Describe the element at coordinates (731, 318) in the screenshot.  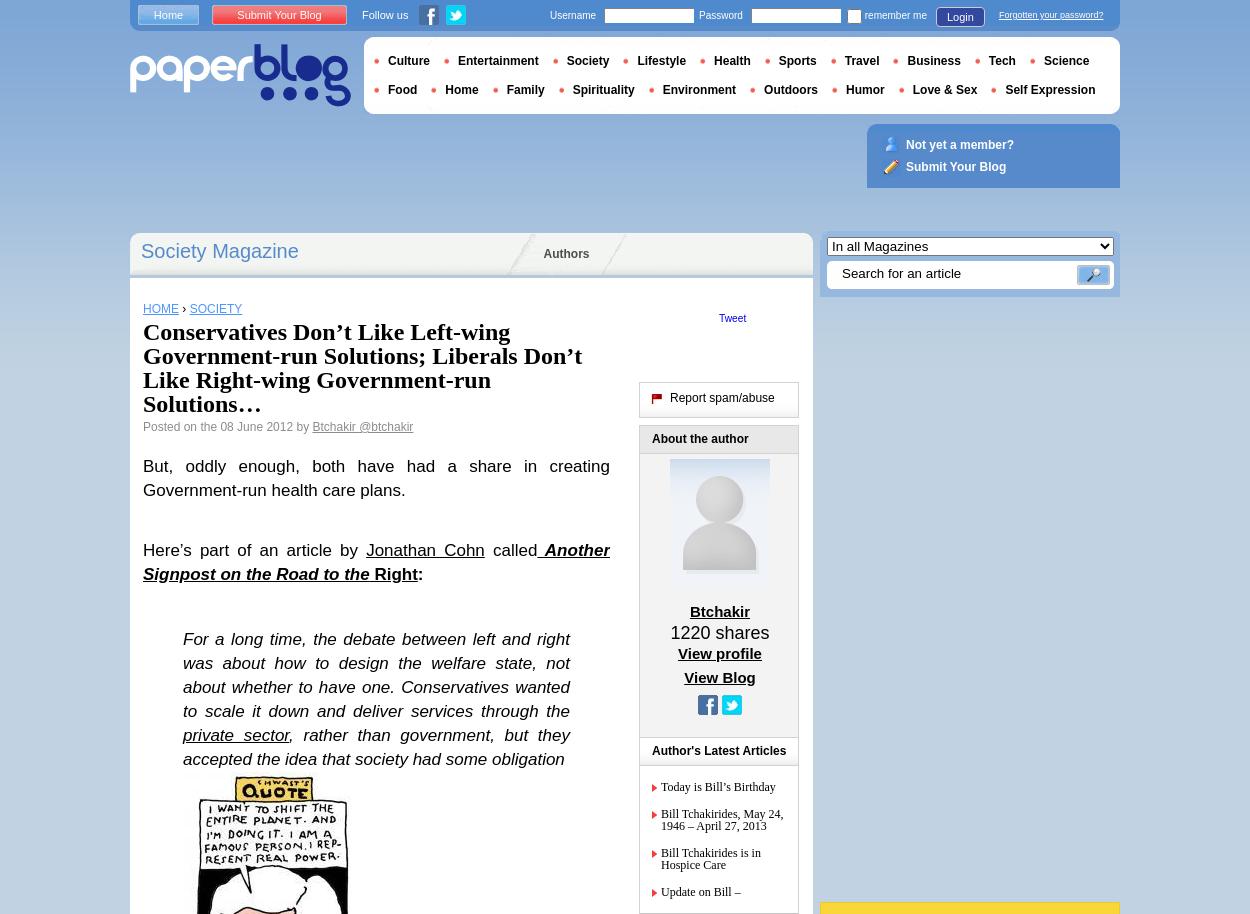
I see `'Tweet'` at that location.